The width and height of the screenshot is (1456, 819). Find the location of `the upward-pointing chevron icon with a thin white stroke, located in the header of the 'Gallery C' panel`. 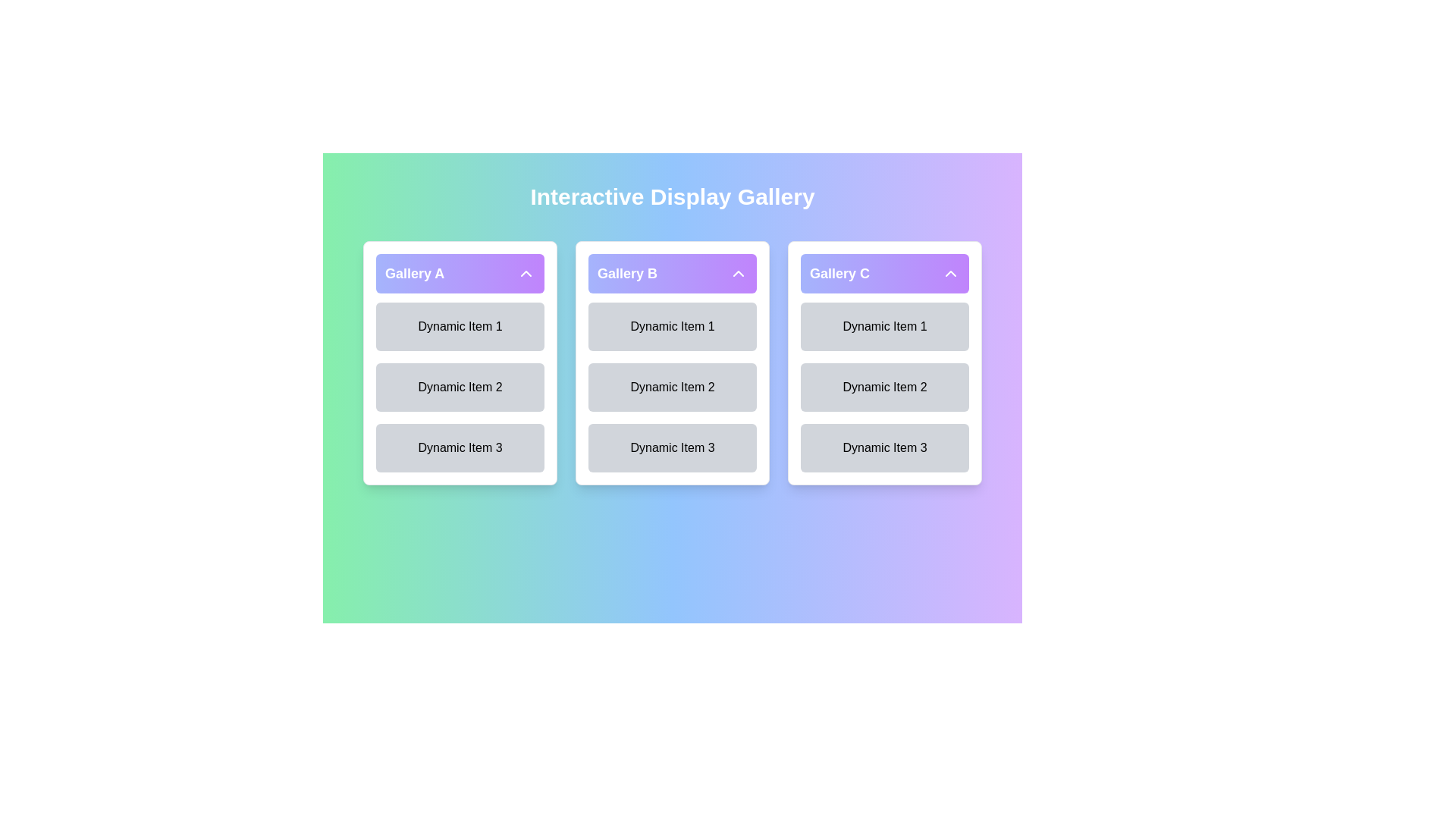

the upward-pointing chevron icon with a thin white stroke, located in the header of the 'Gallery C' panel is located at coordinates (949, 274).